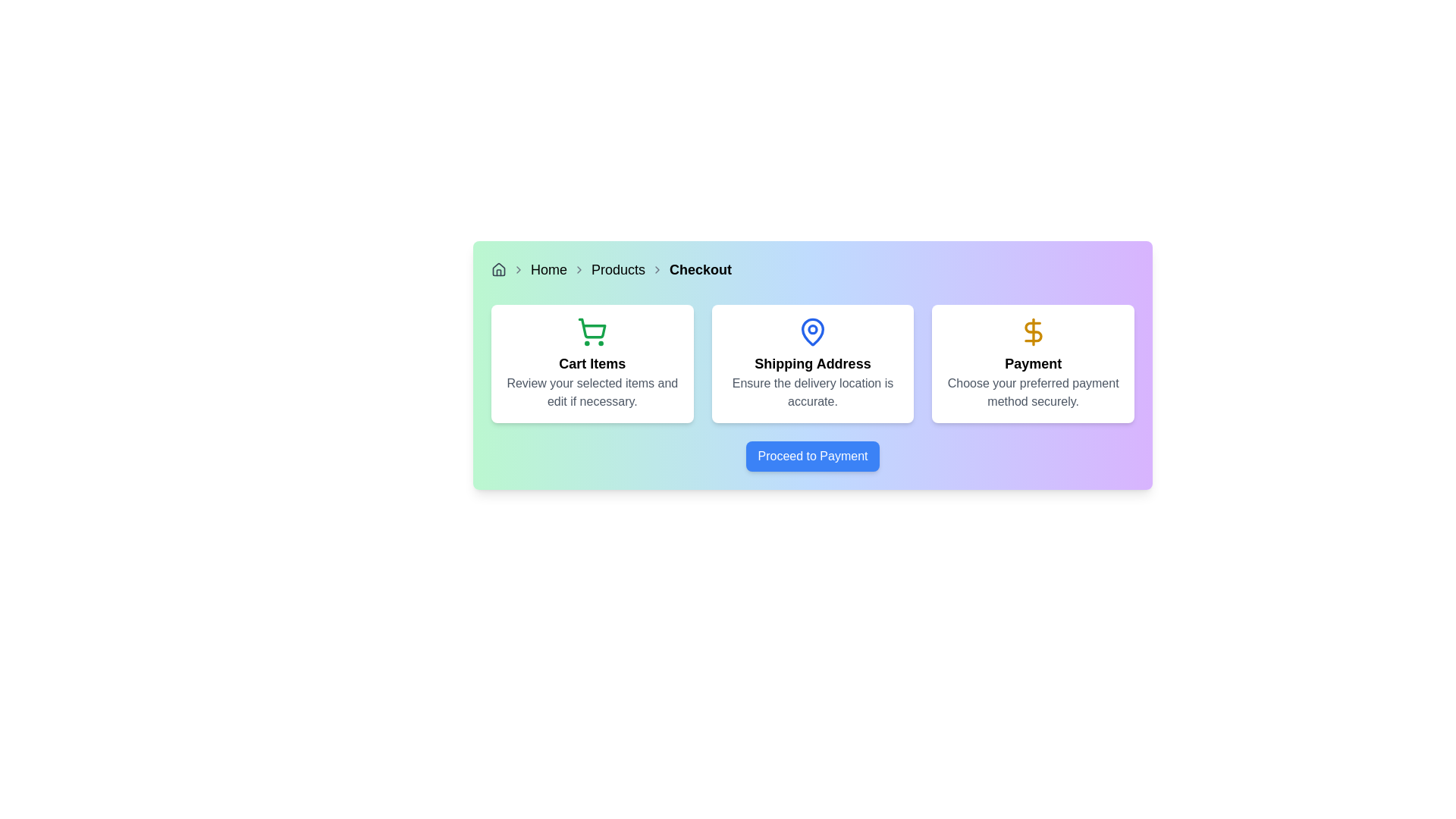  I want to click on the blue rectangular button labeled 'Proceed to Payment', so click(811, 455).